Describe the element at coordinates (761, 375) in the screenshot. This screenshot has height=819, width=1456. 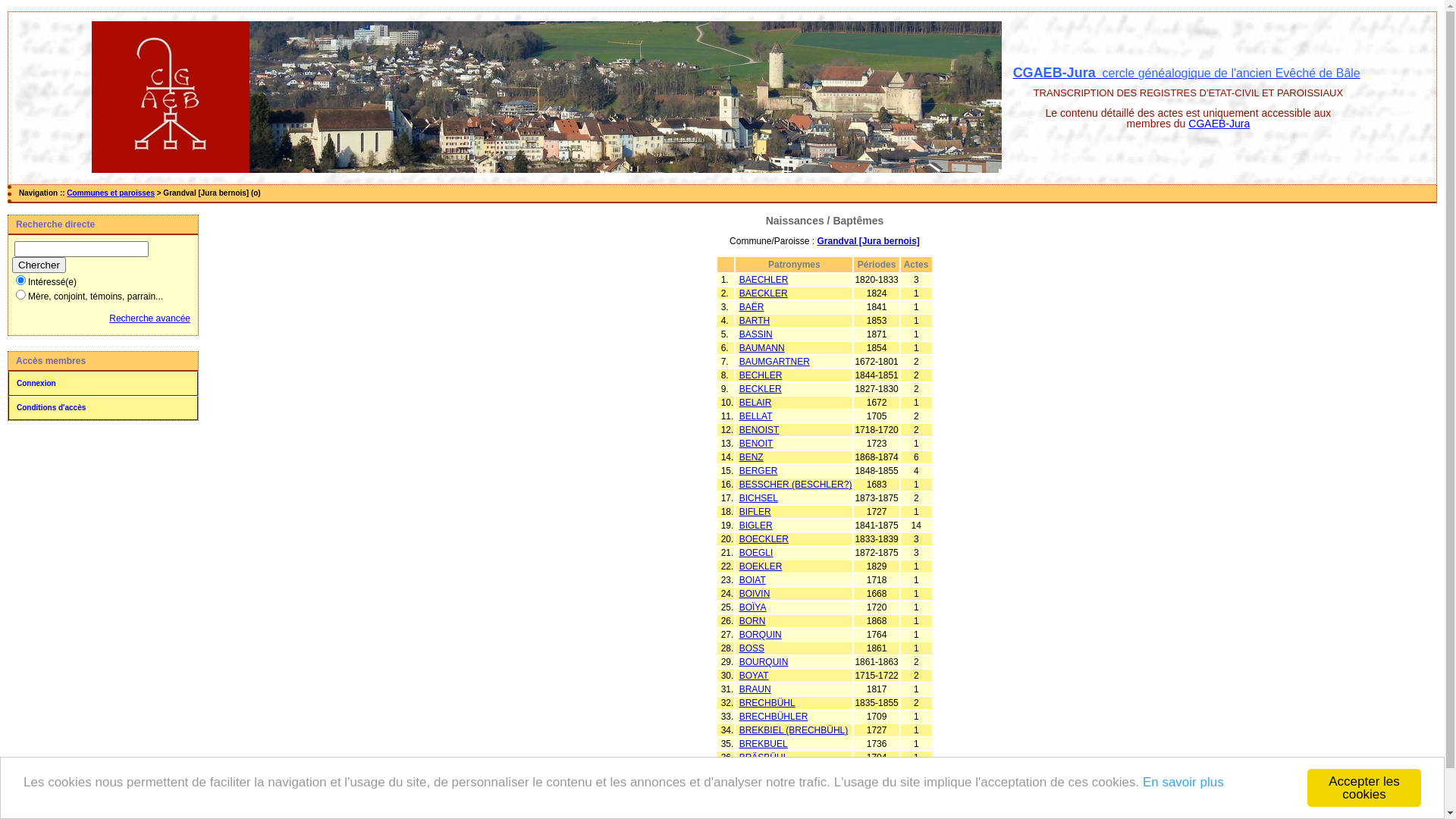
I see `'BECHLER'` at that location.